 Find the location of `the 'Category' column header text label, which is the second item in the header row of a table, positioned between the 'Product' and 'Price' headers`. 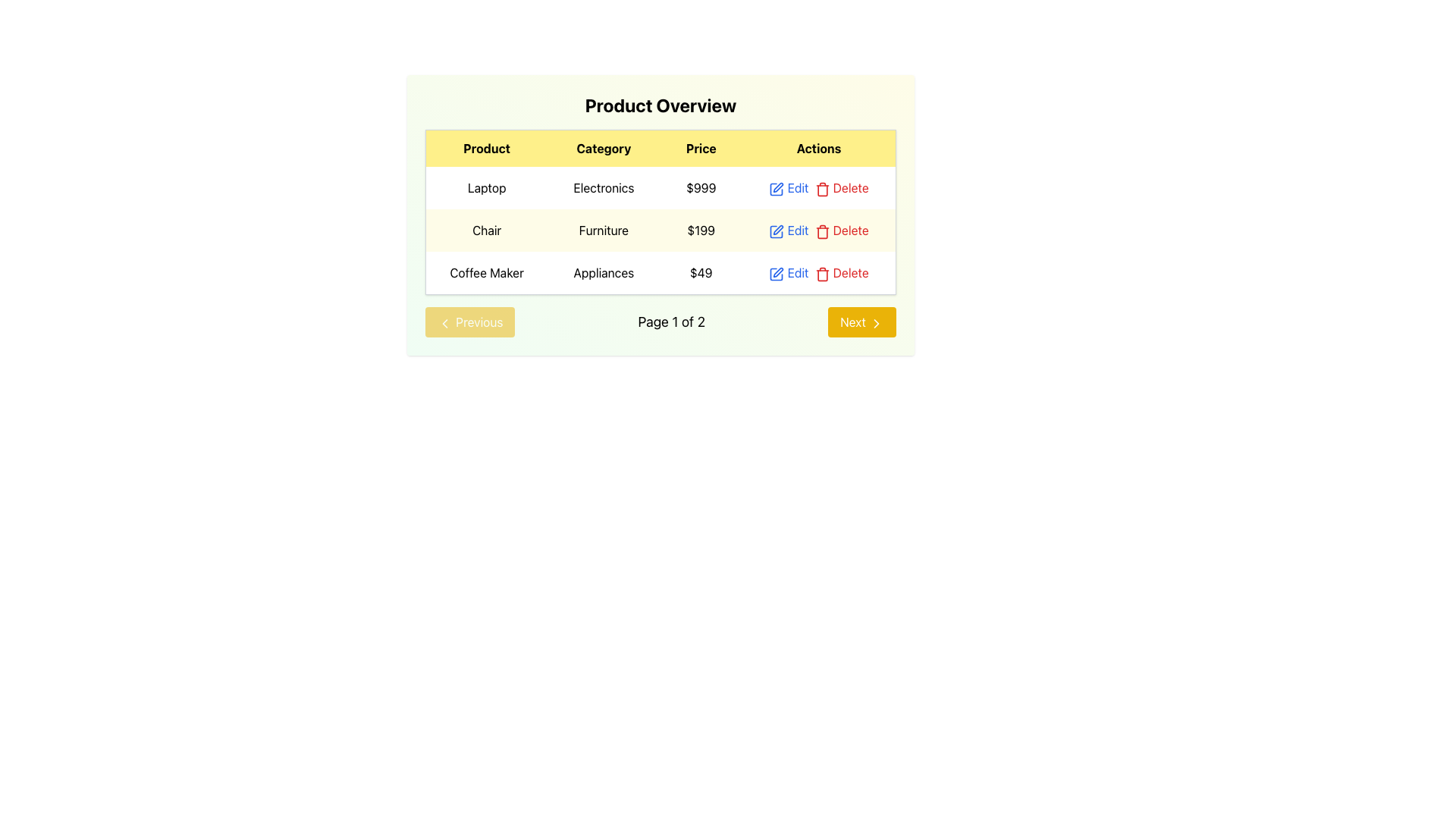

the 'Category' column header text label, which is the second item in the header row of a table, positioned between the 'Product' and 'Price' headers is located at coordinates (603, 148).